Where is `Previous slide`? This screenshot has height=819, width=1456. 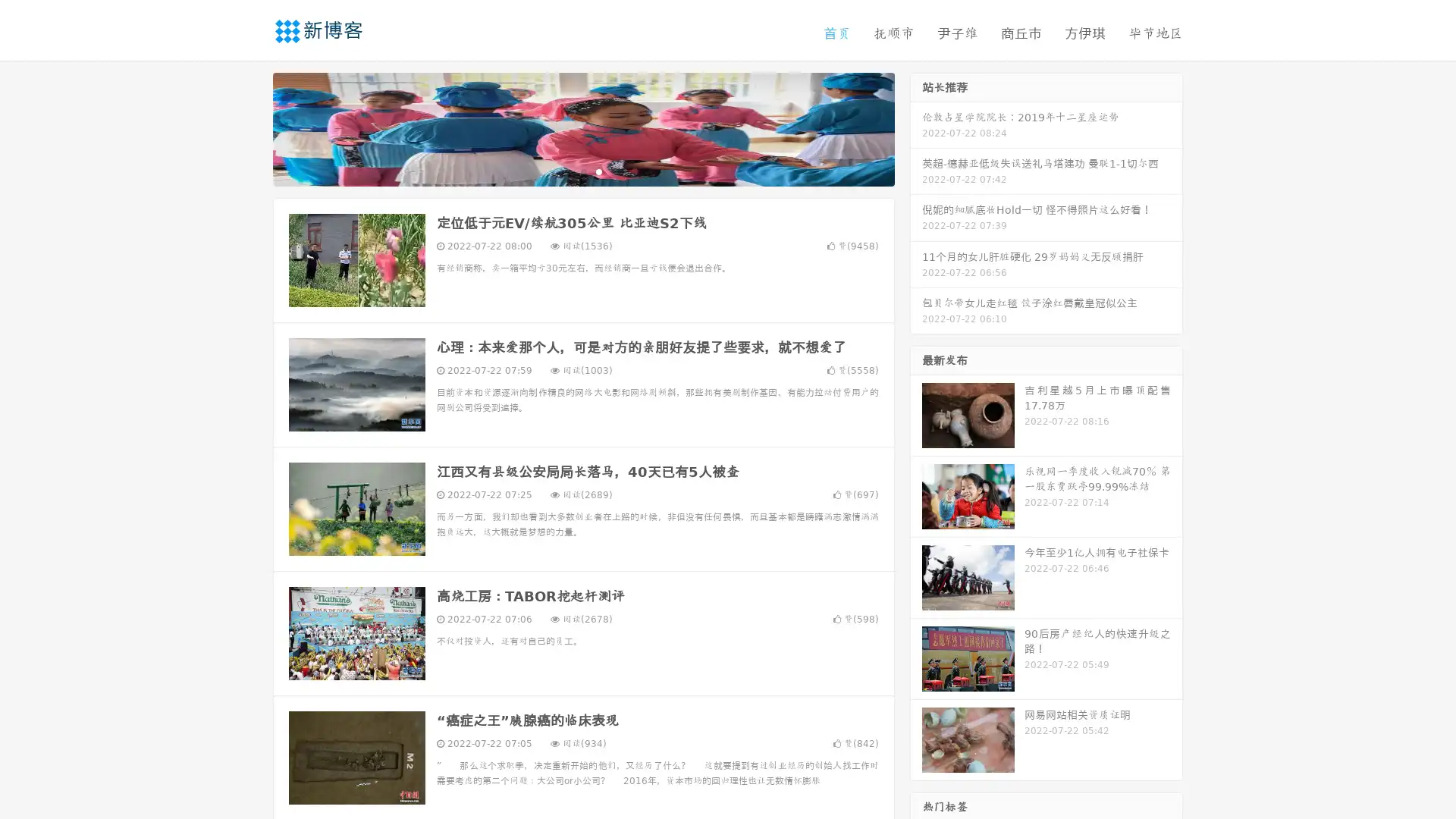 Previous slide is located at coordinates (250, 127).